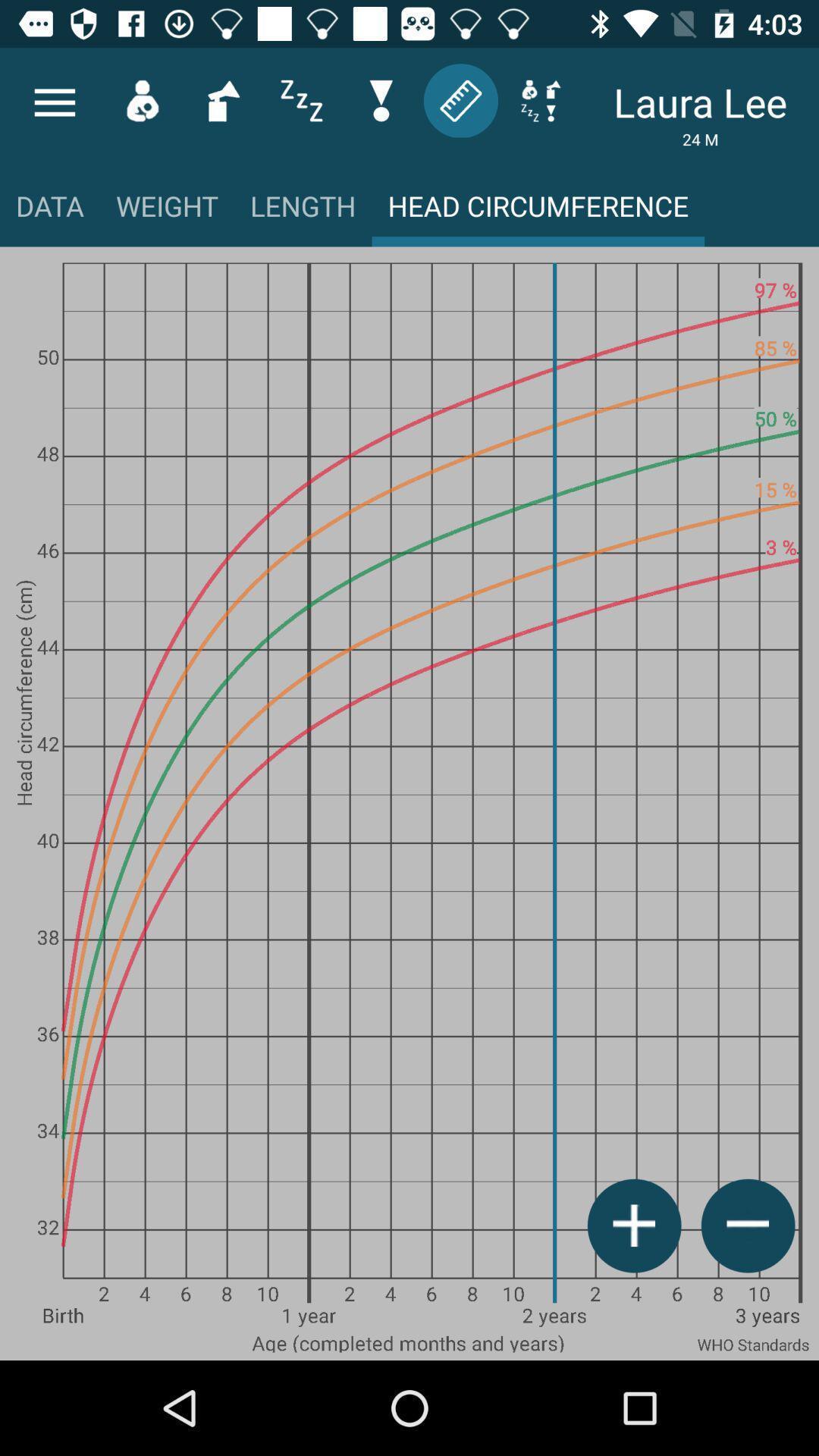 The image size is (819, 1456). I want to click on menu icon, so click(54, 102).